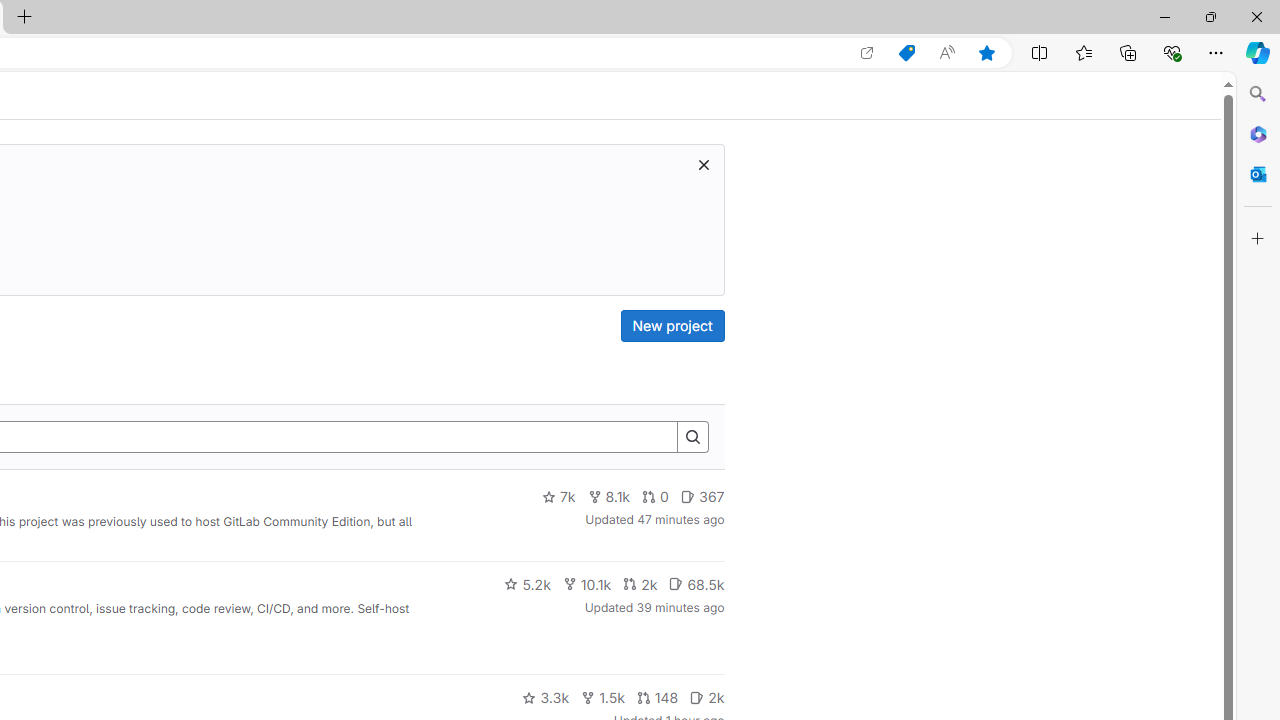  What do you see at coordinates (697, 696) in the screenshot?
I see `'Class: s14 gl-mr-2'` at bounding box center [697, 696].